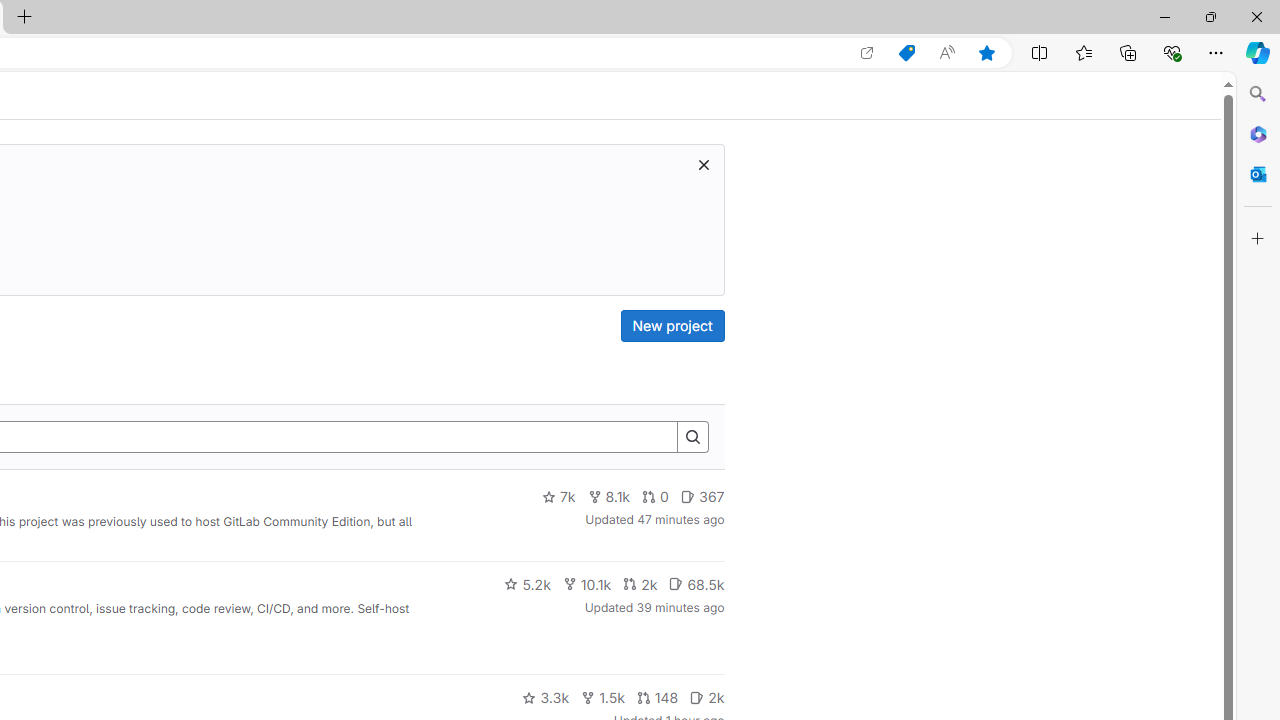  What do you see at coordinates (697, 696) in the screenshot?
I see `'Class: s14 gl-mr-2'` at bounding box center [697, 696].